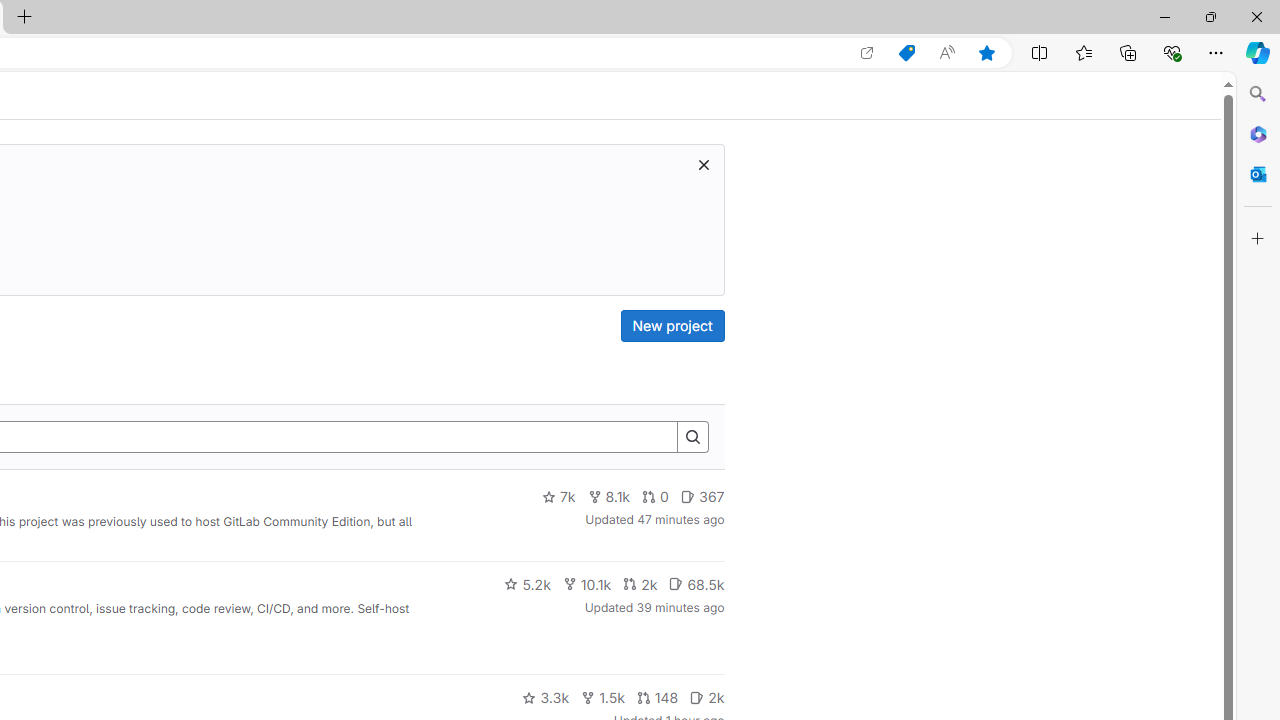  What do you see at coordinates (697, 696) in the screenshot?
I see `'Class: s14 gl-mr-2'` at bounding box center [697, 696].